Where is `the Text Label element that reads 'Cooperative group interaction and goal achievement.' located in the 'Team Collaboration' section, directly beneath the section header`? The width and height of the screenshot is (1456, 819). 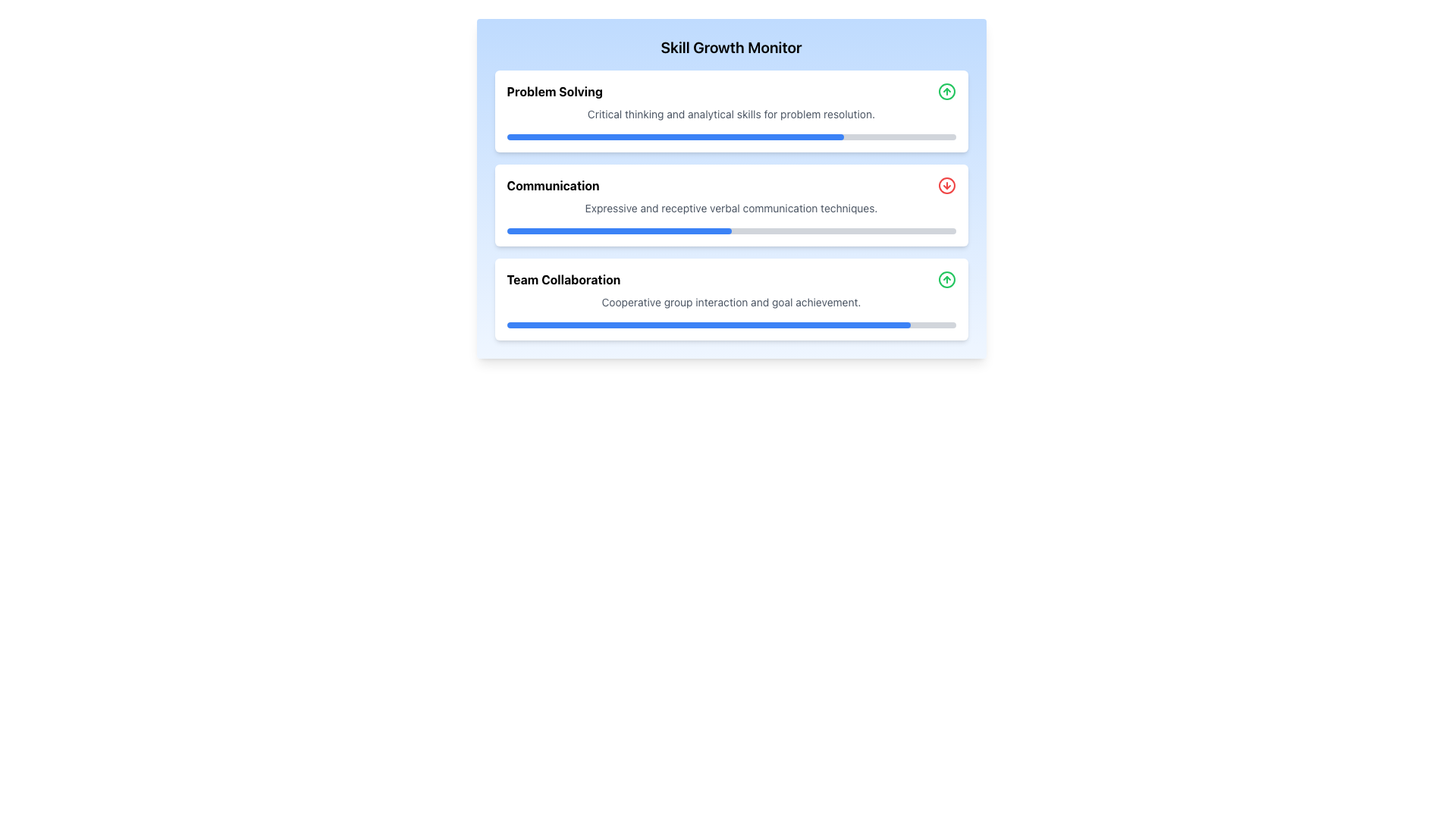
the Text Label element that reads 'Cooperative group interaction and goal achievement.' located in the 'Team Collaboration' section, directly beneath the section header is located at coordinates (731, 302).